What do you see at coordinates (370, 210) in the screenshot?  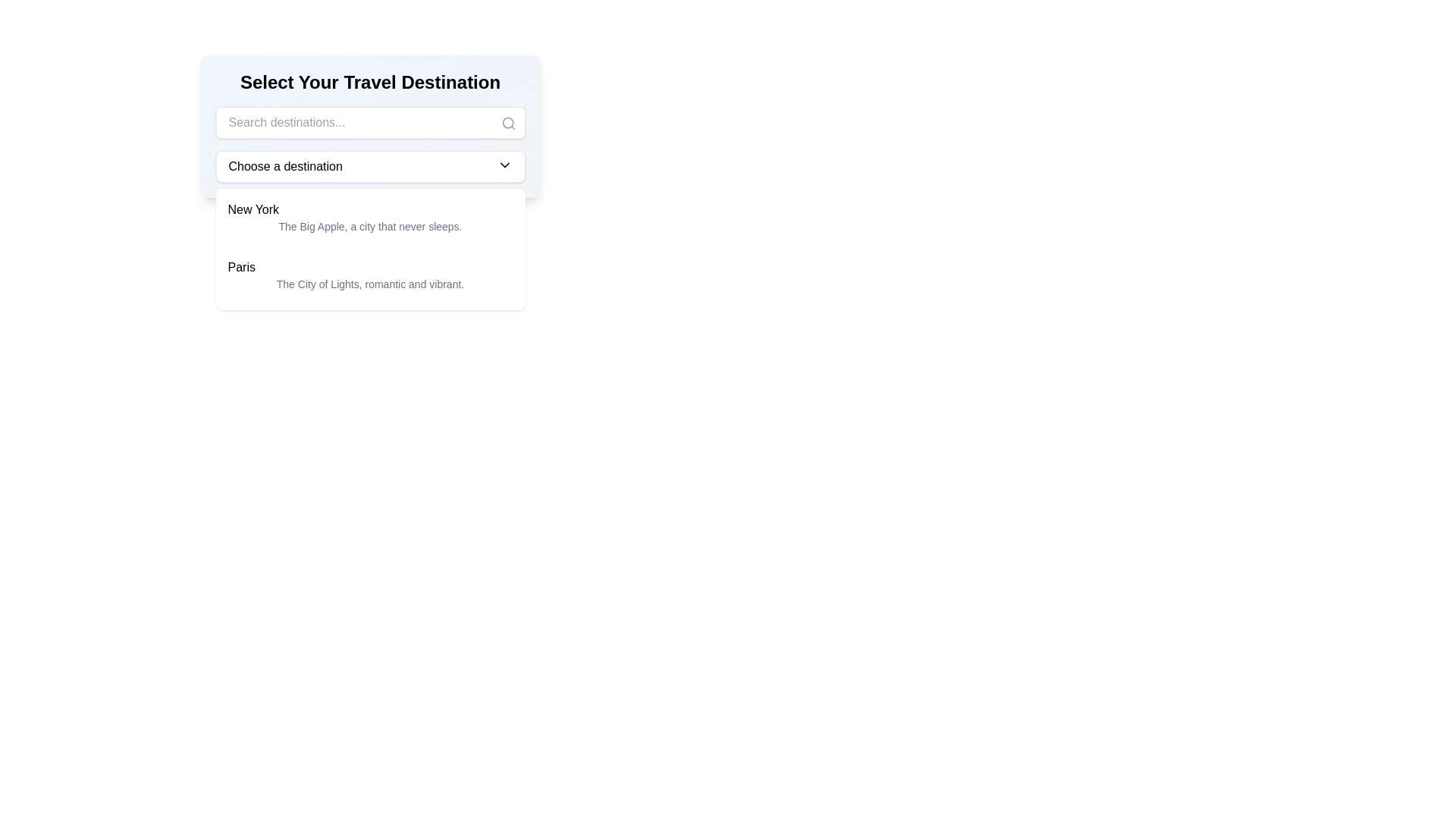 I see `the text label for 'The Big Apple'` at bounding box center [370, 210].